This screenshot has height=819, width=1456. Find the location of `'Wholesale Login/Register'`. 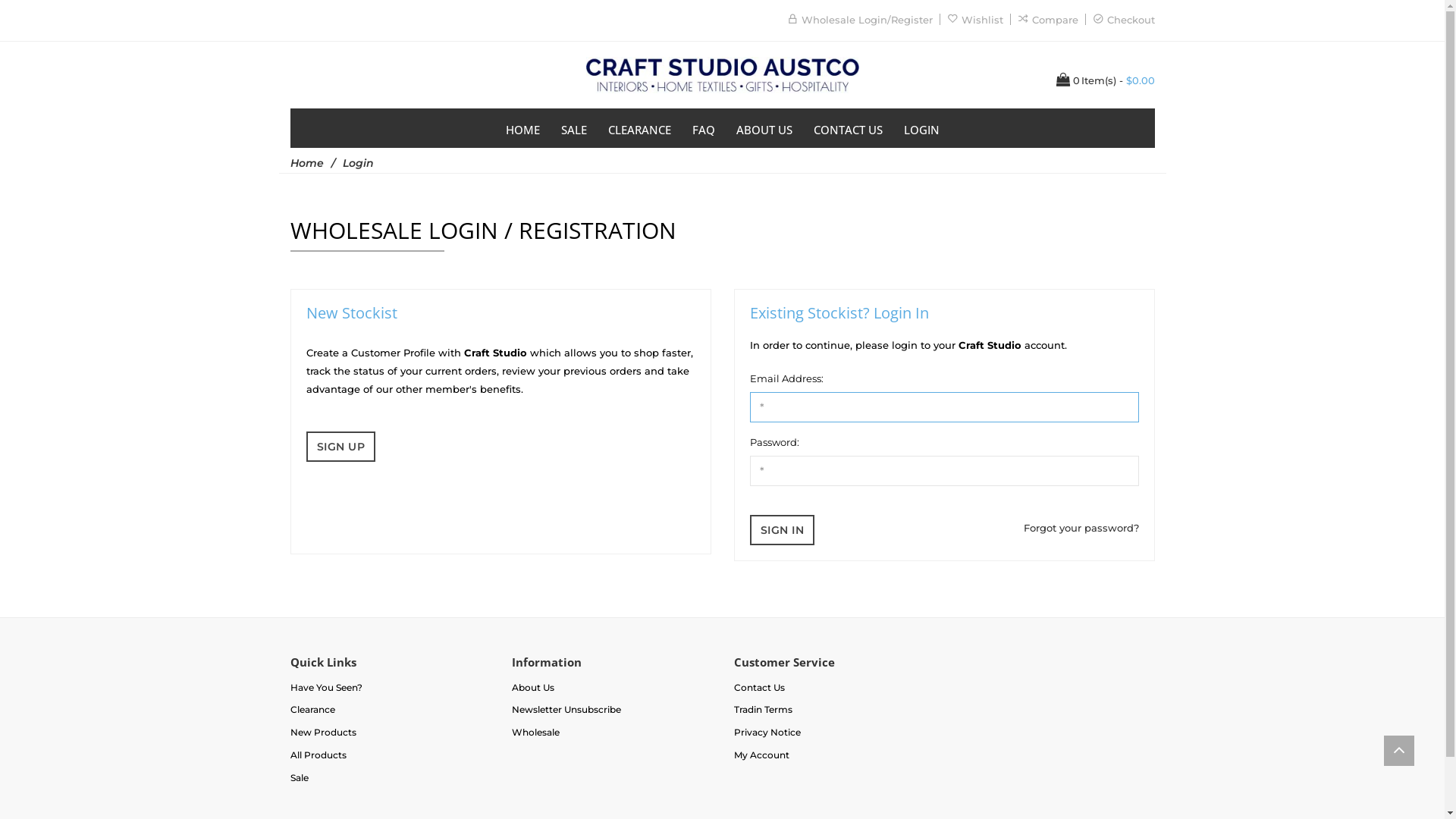

'Wholesale Login/Register' is located at coordinates (800, 20).